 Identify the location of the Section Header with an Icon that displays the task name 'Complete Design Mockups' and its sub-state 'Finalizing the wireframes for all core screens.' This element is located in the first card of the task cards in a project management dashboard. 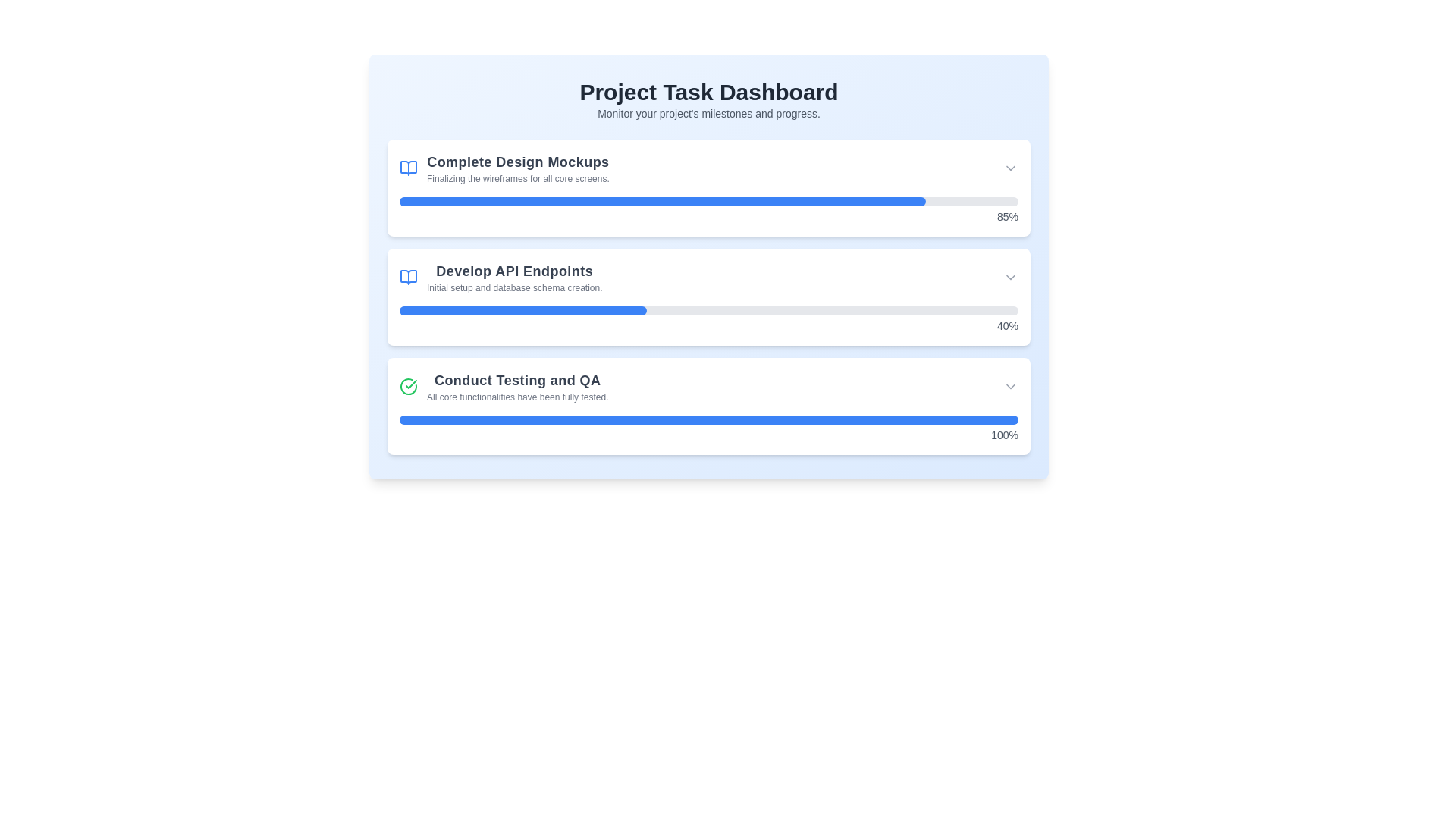
(504, 168).